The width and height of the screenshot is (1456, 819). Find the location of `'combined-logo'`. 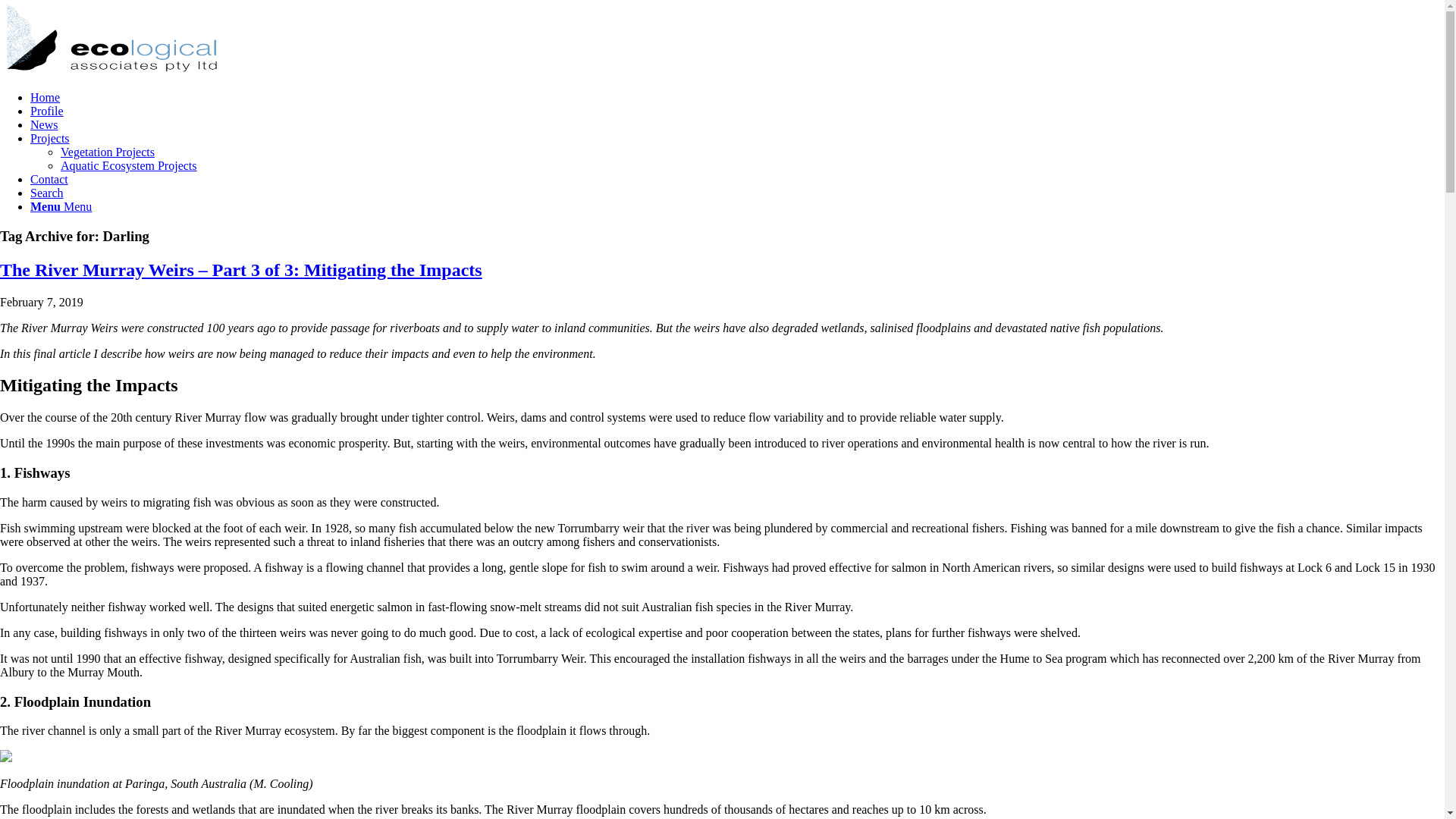

'combined-logo' is located at coordinates (112, 37).